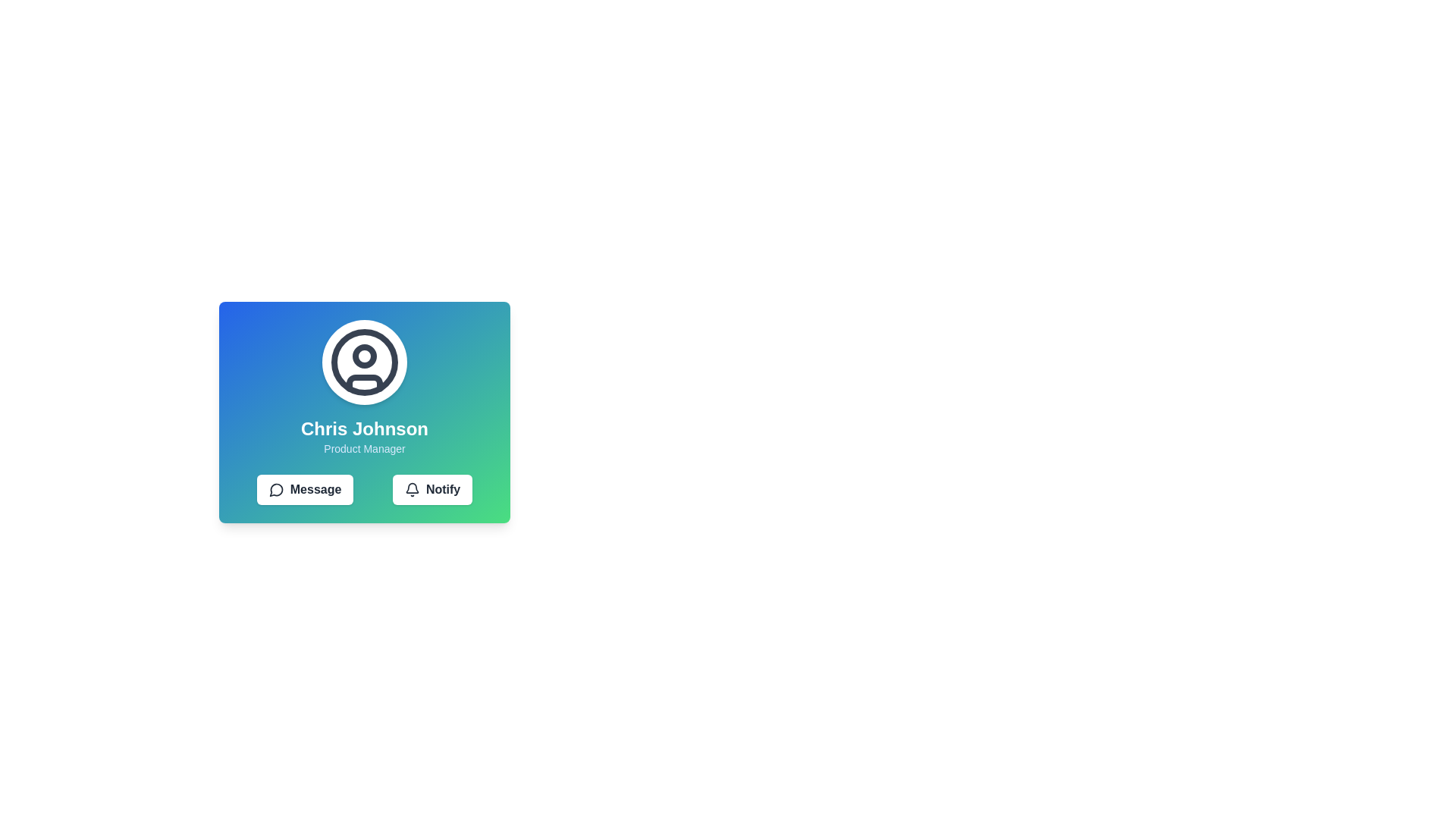 The width and height of the screenshot is (1456, 819). What do you see at coordinates (364, 382) in the screenshot?
I see `the decorative graphic element located beneath the user profile icon, which is a curved rectangular bar in shades of gray` at bounding box center [364, 382].